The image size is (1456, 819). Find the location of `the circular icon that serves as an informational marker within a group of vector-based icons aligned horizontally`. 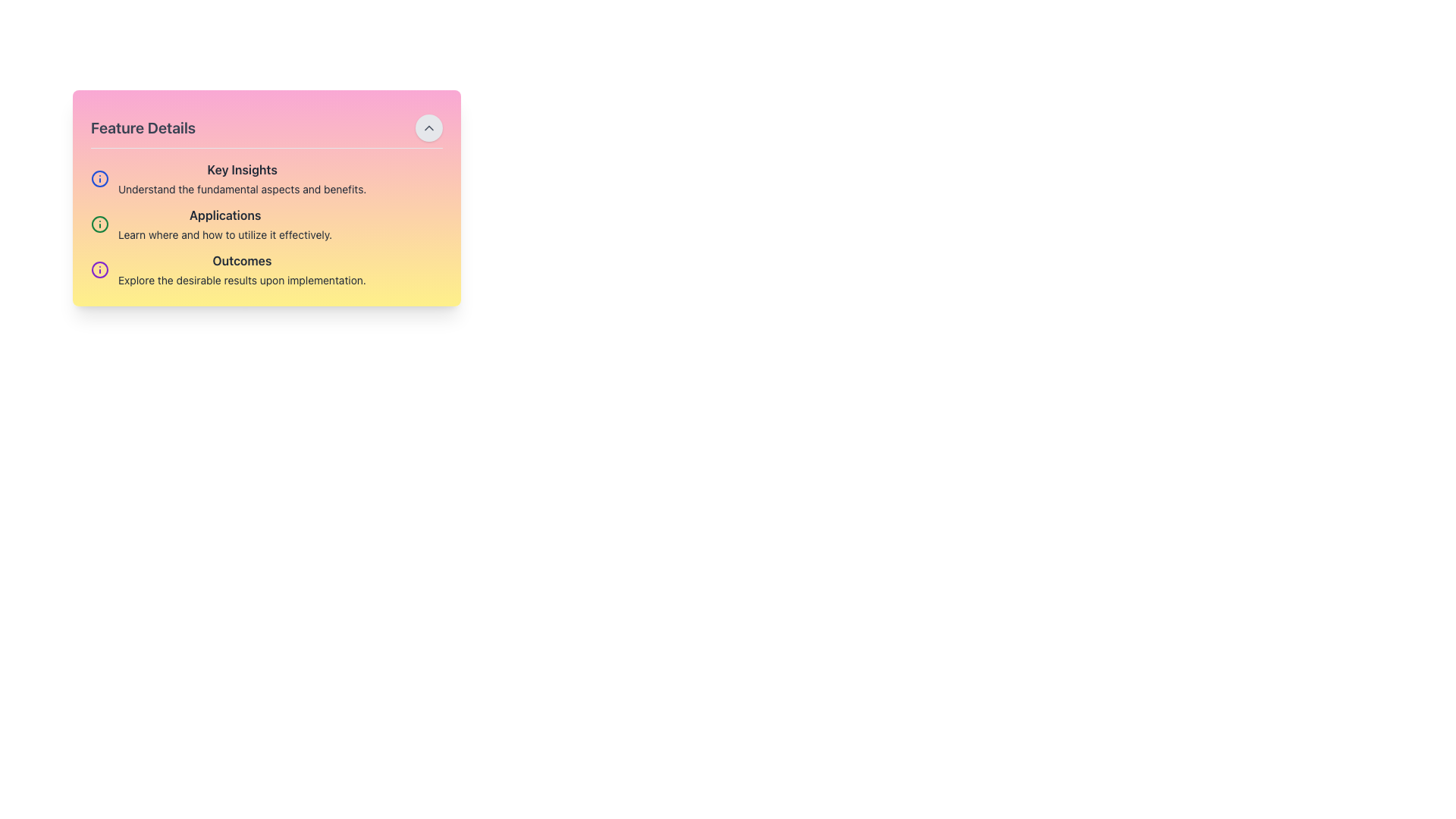

the circular icon that serves as an informational marker within a group of vector-based icons aligned horizontally is located at coordinates (99, 268).